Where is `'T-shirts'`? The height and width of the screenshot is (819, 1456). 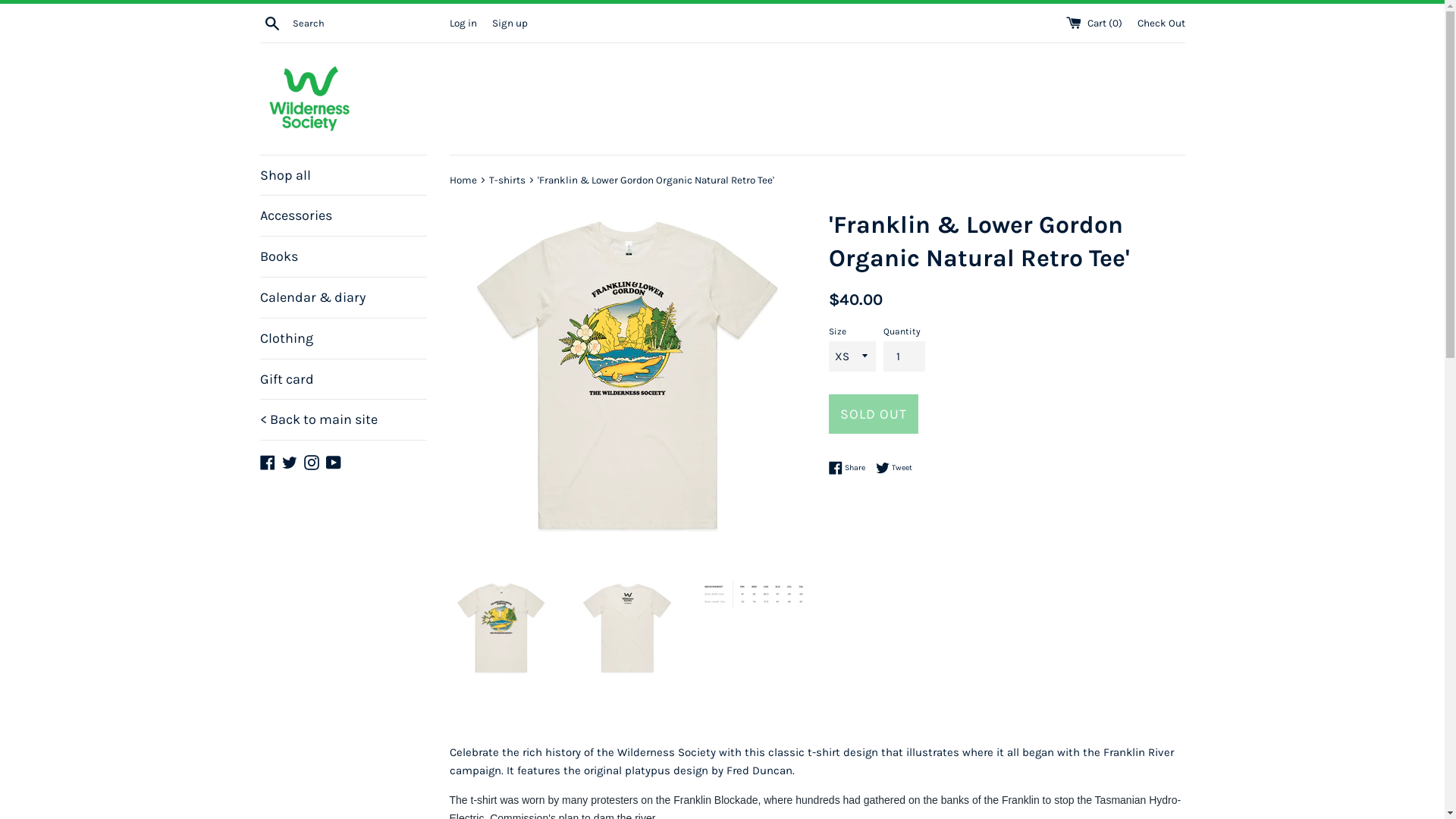
'T-shirts' is located at coordinates (507, 179).